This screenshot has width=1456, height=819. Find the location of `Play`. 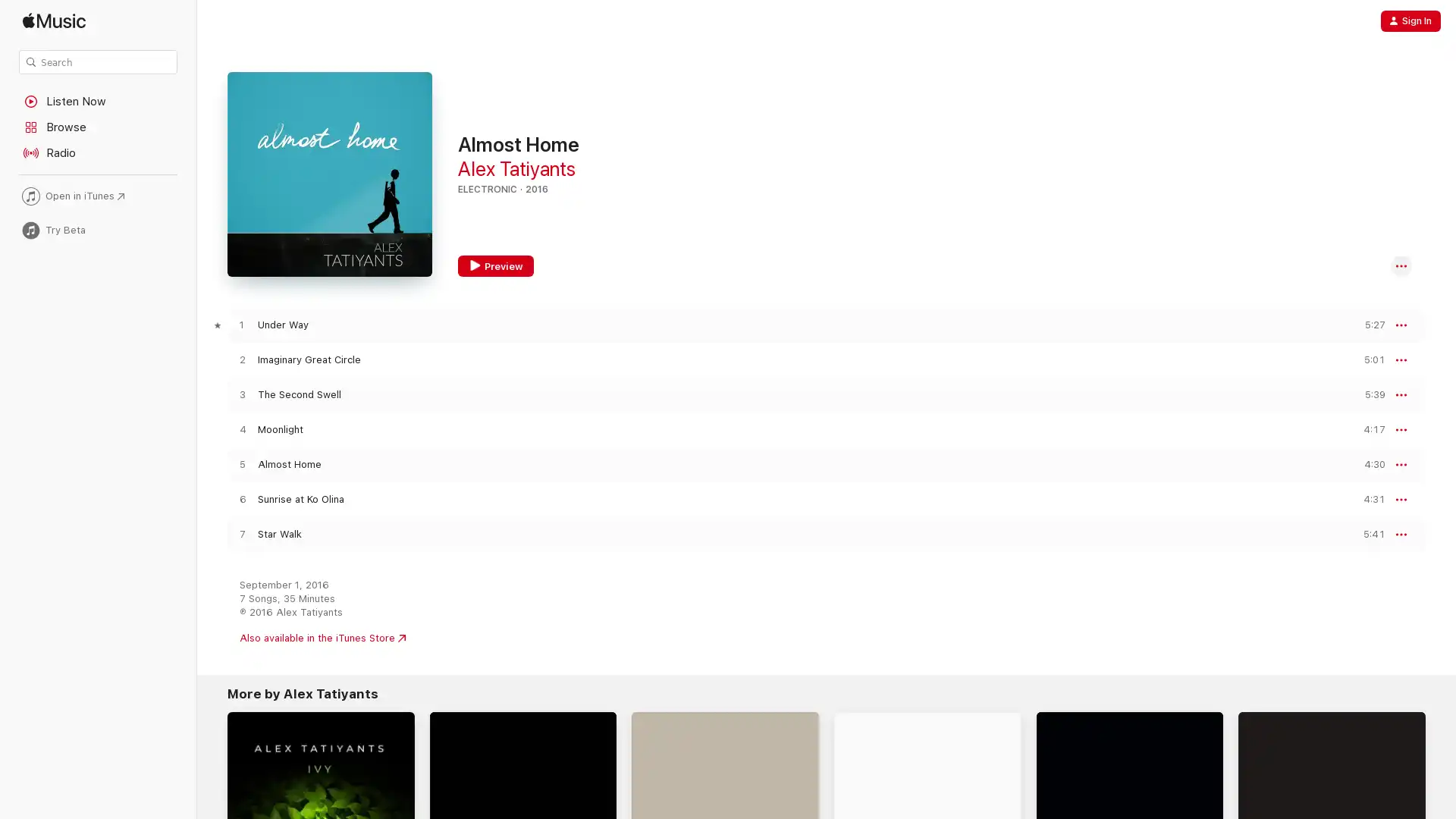

Play is located at coordinates (241, 429).